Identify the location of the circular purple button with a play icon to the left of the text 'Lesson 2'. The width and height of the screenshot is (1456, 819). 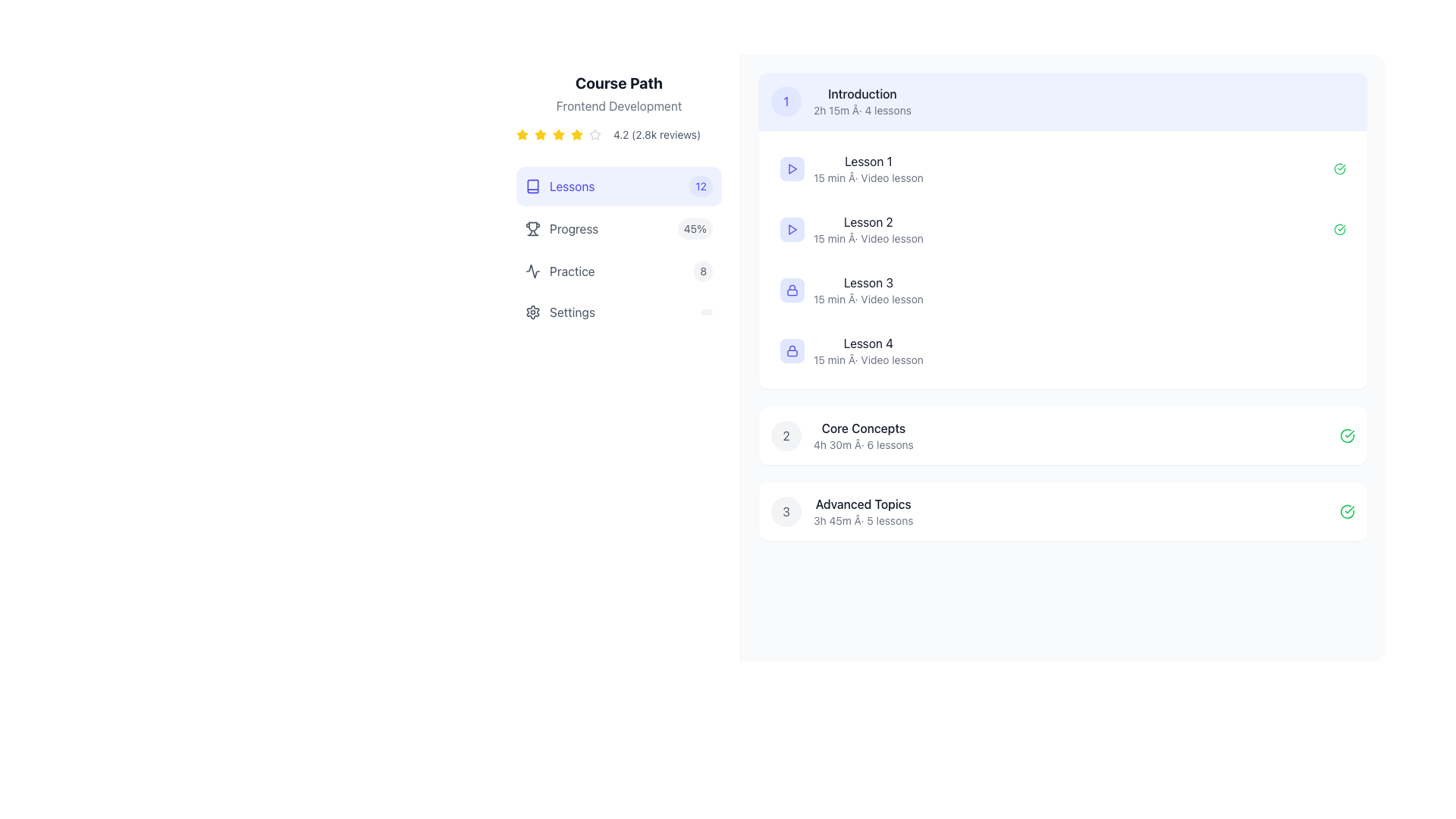
(792, 230).